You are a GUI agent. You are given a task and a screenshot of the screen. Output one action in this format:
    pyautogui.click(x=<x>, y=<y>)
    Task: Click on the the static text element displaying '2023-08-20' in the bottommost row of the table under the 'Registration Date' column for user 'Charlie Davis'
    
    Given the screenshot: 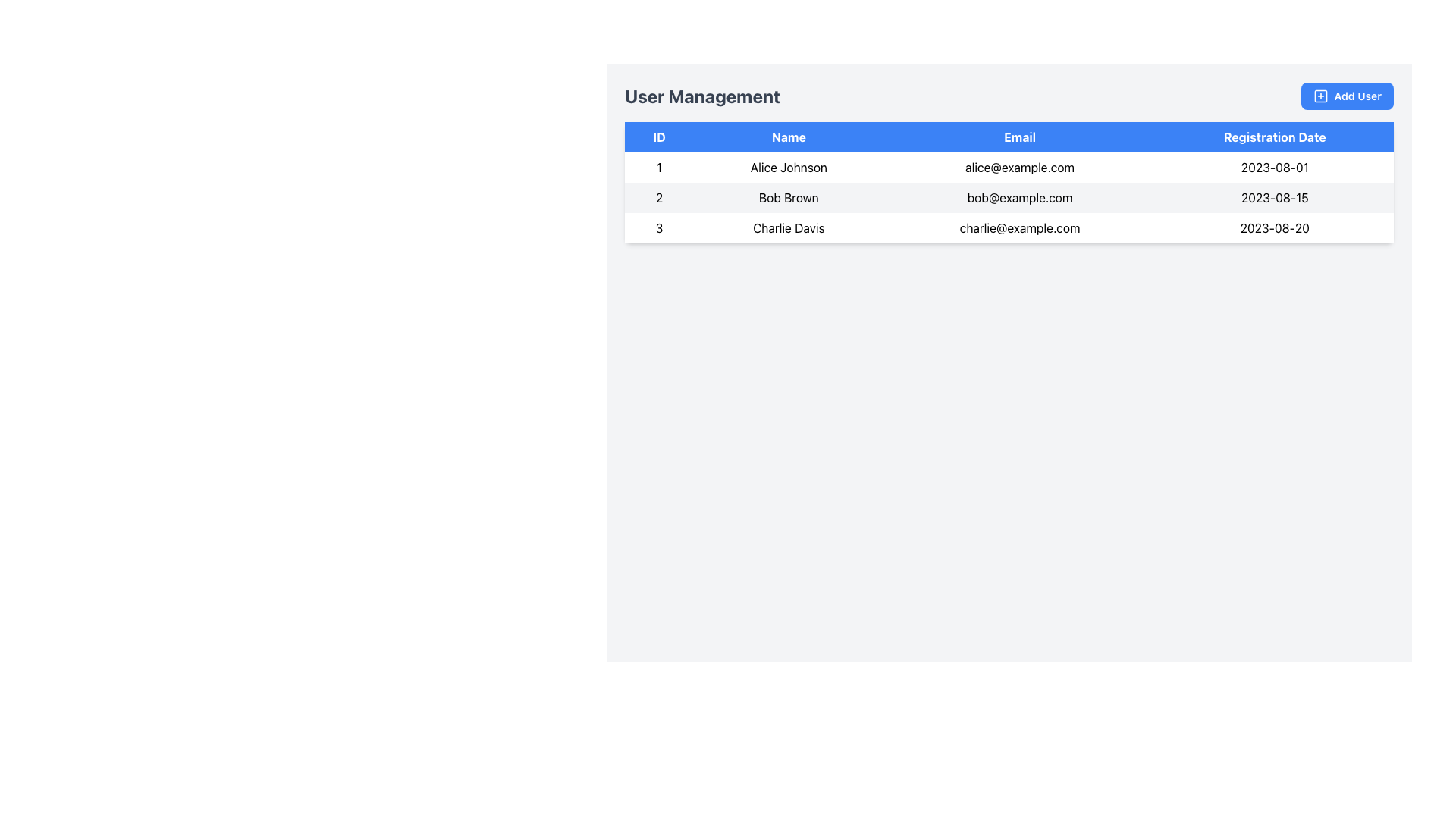 What is the action you would take?
    pyautogui.click(x=1274, y=227)
    